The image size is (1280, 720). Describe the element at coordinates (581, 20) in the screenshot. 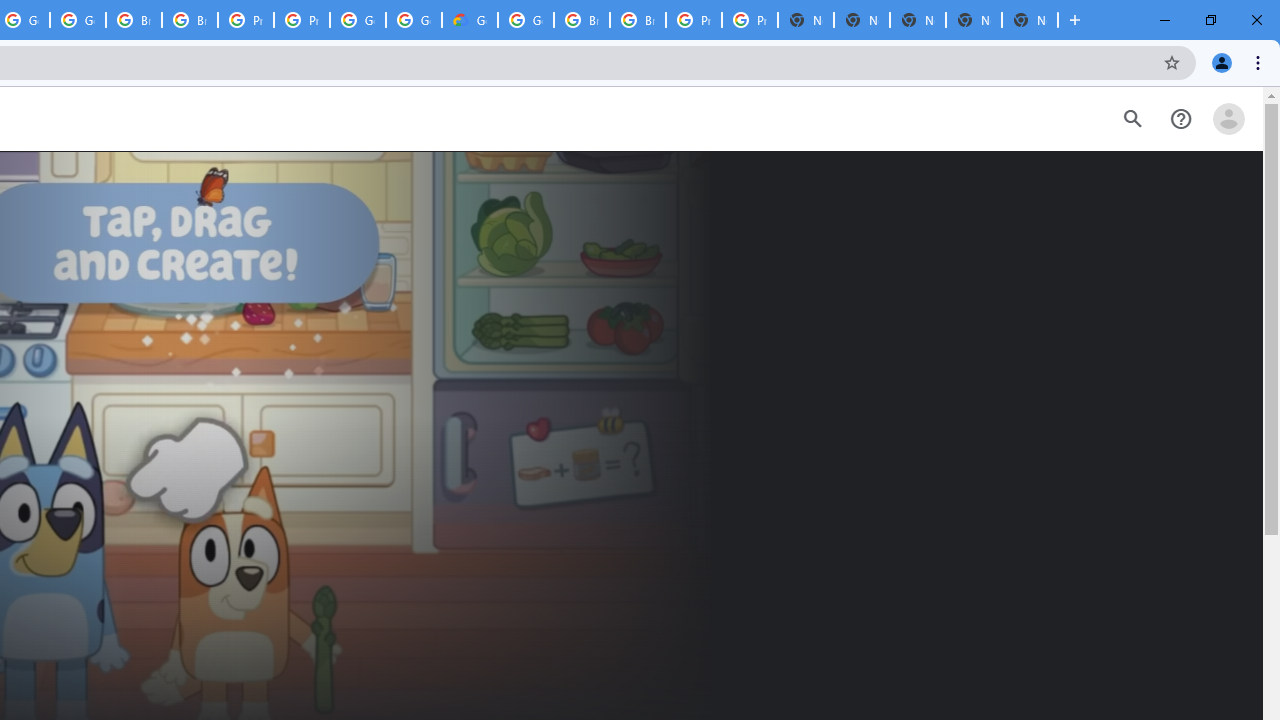

I see `'Browse Chrome as a guest - Computer - Google Chrome Help'` at that location.